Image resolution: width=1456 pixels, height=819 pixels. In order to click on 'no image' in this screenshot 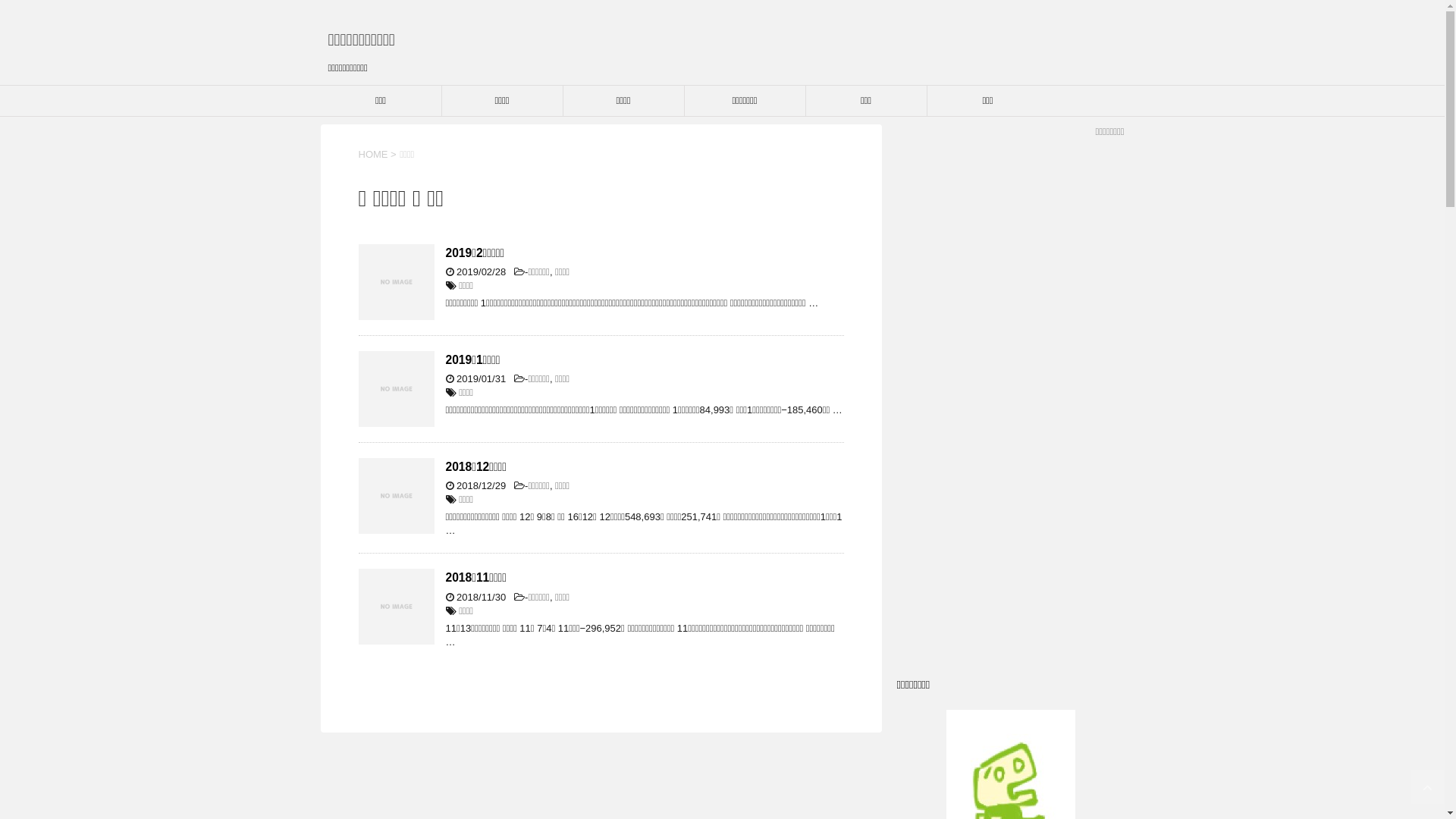, I will do `click(396, 496)`.